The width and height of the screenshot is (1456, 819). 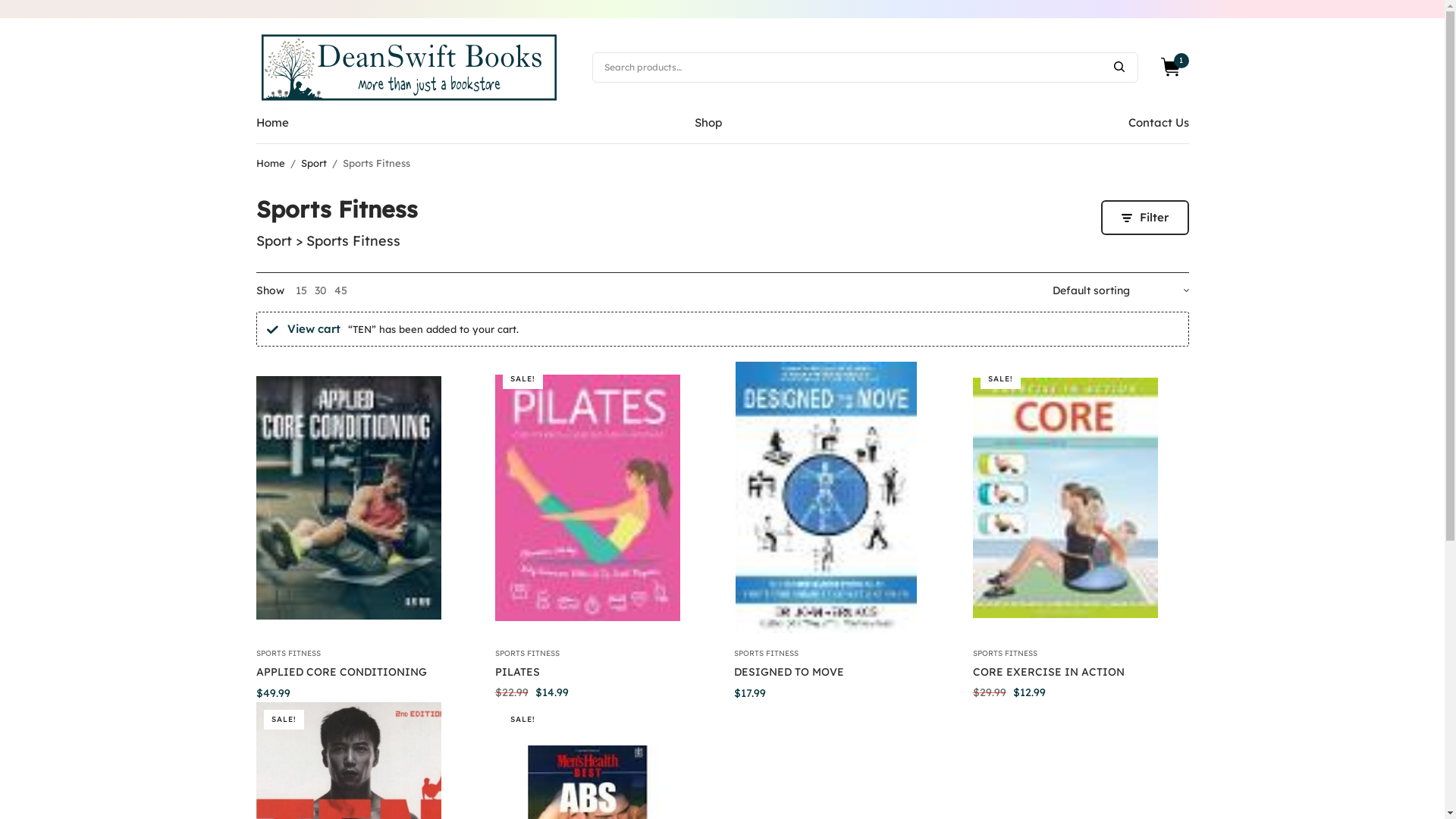 I want to click on 'Sport', so click(x=312, y=163).